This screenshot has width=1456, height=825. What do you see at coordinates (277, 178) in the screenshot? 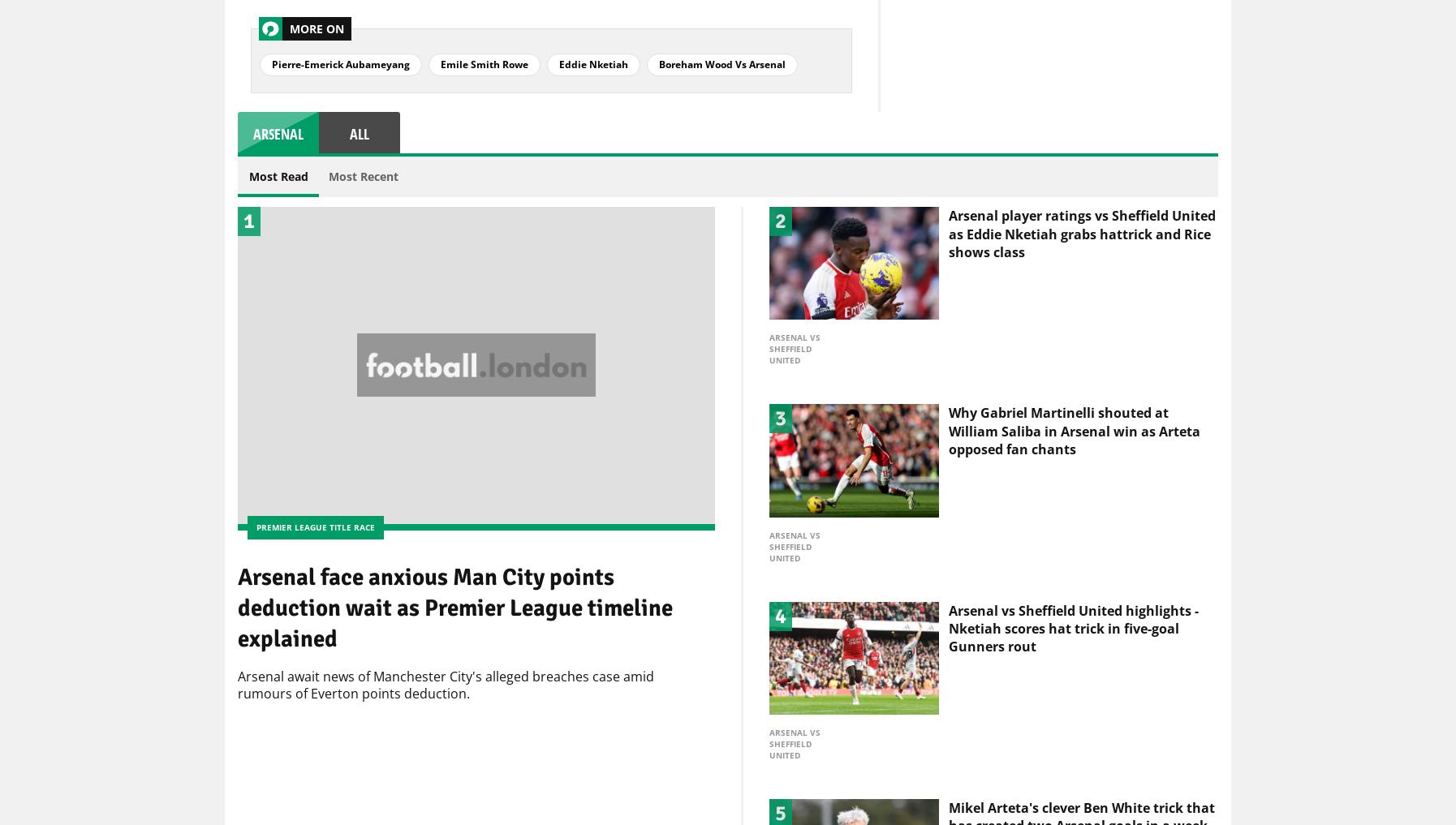
I see `'Most Read'` at bounding box center [277, 178].